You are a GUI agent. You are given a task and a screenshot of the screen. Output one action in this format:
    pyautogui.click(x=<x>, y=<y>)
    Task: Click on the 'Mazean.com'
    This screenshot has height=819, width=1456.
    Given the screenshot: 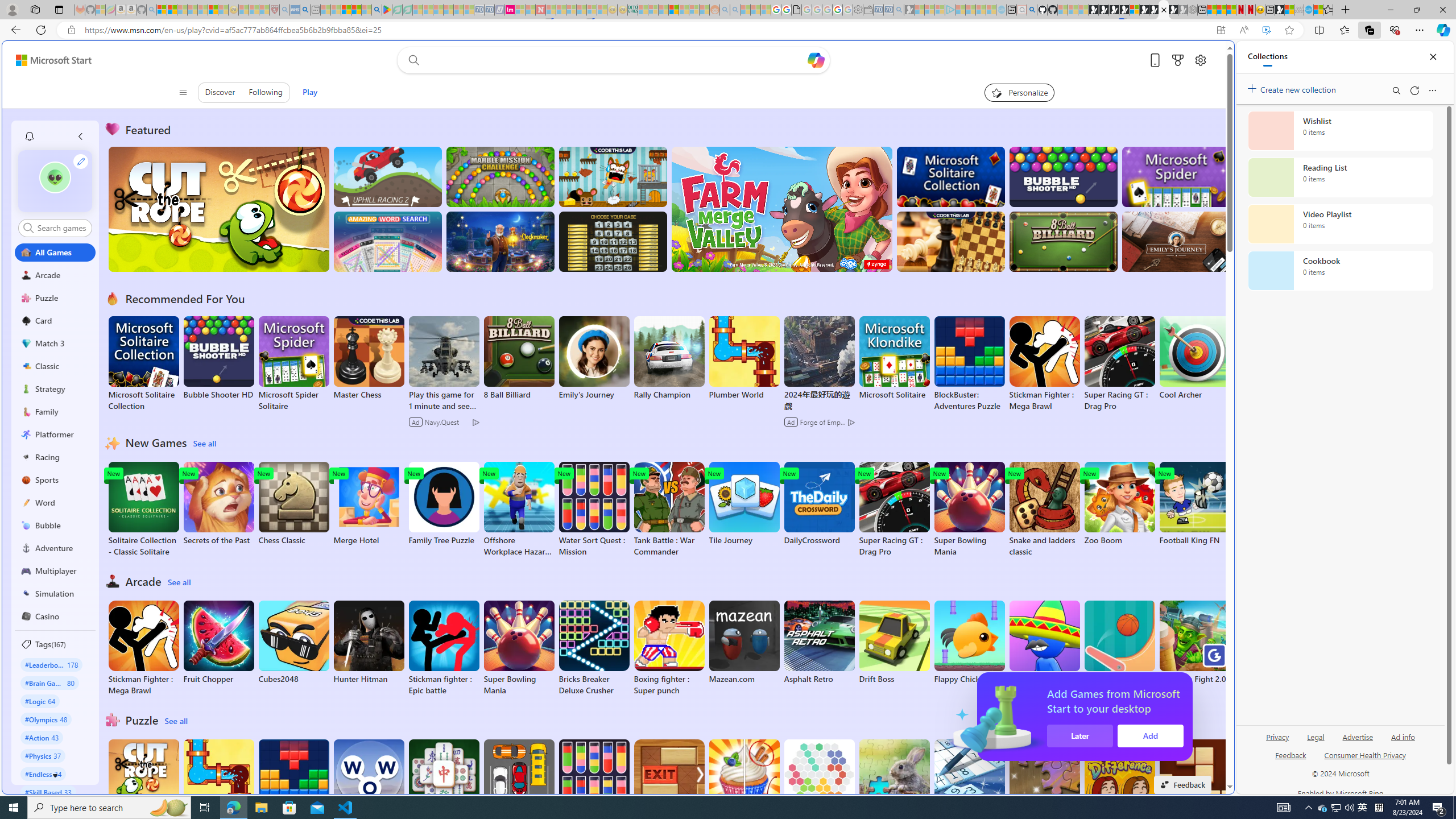 What is the action you would take?
    pyautogui.click(x=744, y=642)
    